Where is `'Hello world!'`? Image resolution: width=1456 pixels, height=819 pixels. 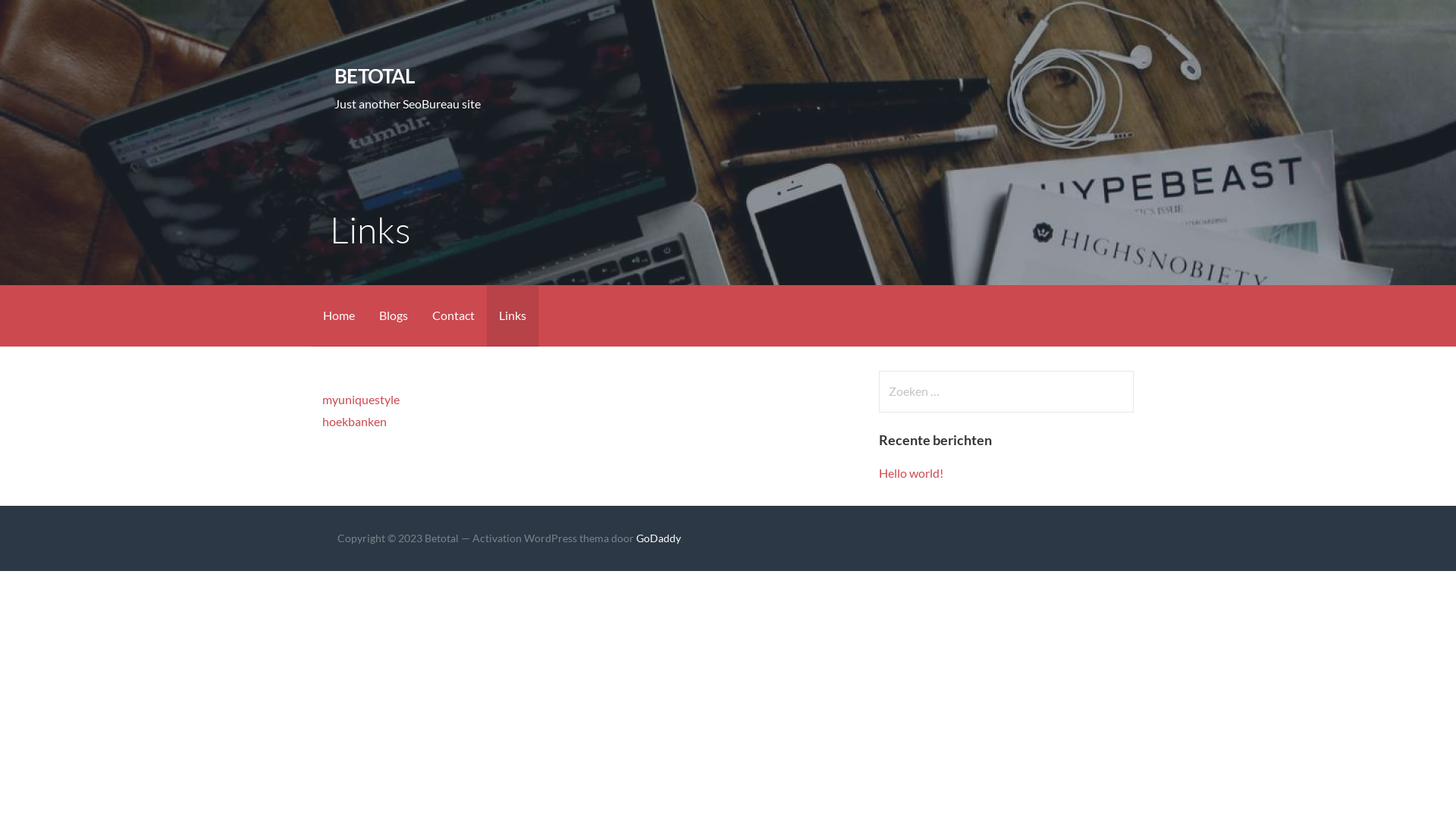 'Hello world!' is located at coordinates (878, 472).